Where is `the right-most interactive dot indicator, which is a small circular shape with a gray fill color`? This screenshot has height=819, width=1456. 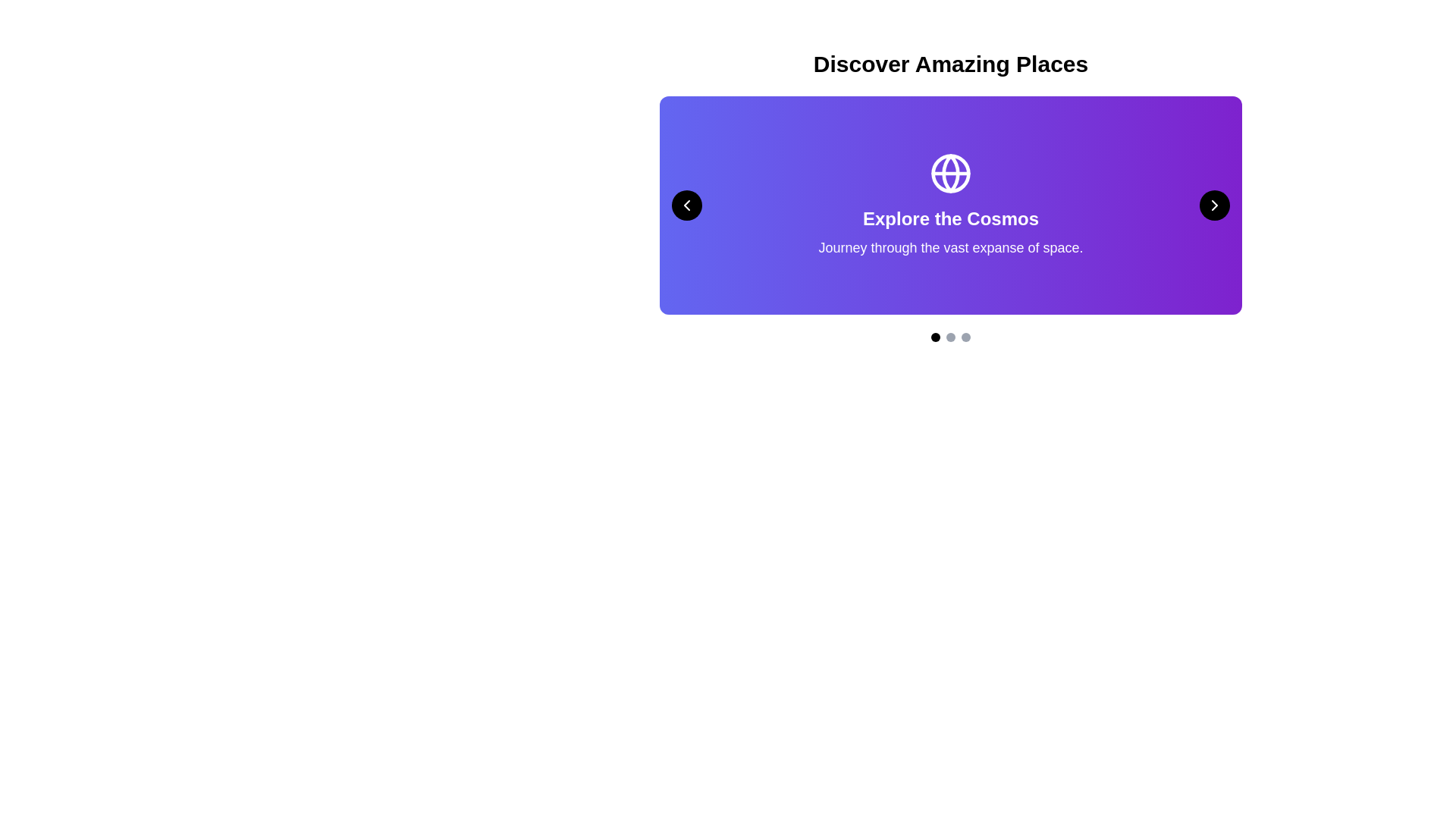 the right-most interactive dot indicator, which is a small circular shape with a gray fill color is located at coordinates (965, 336).